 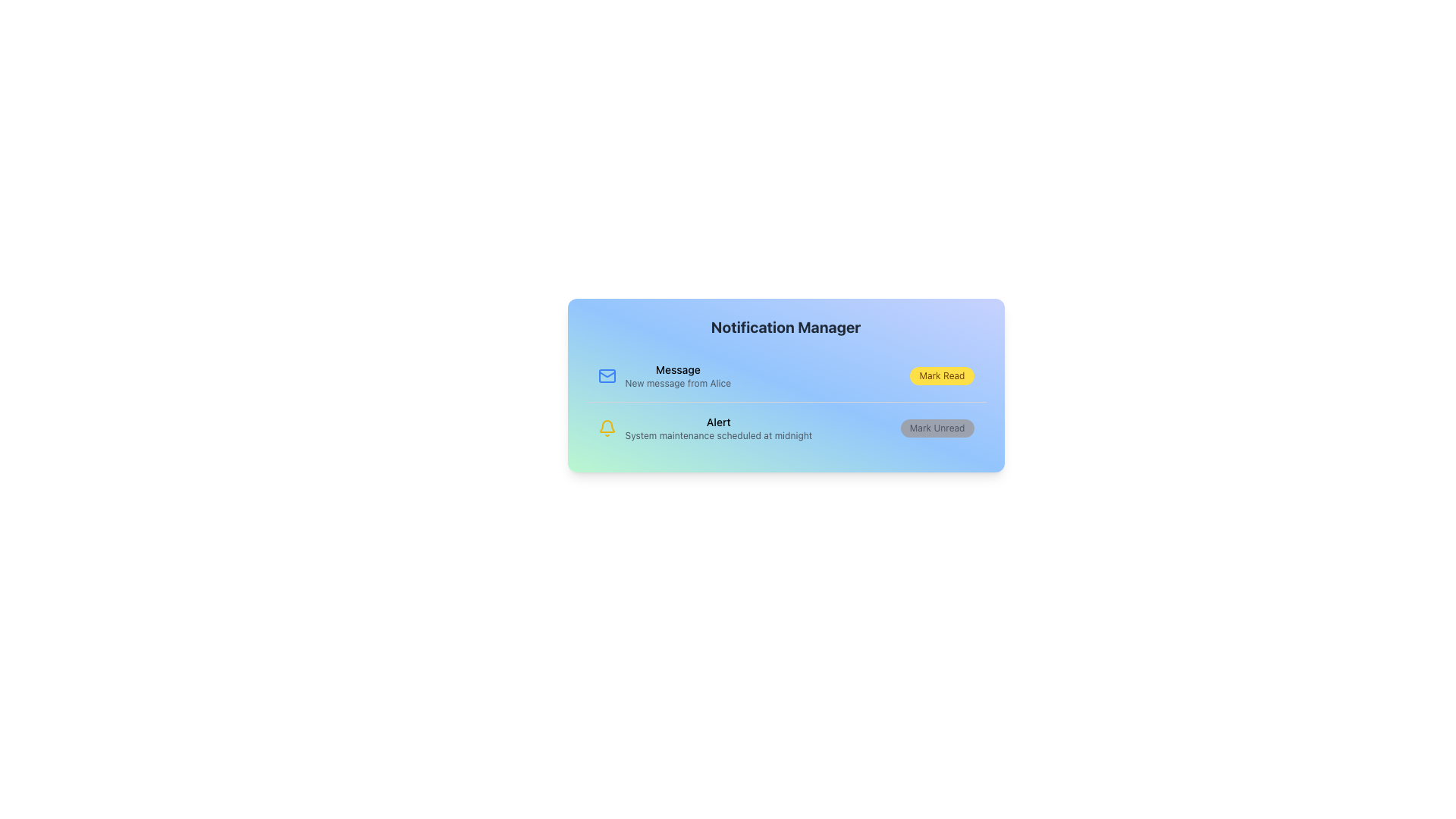 What do you see at coordinates (677, 370) in the screenshot?
I see `text label that reads 'Message' located in the notification card under 'Notification Manager.'` at bounding box center [677, 370].